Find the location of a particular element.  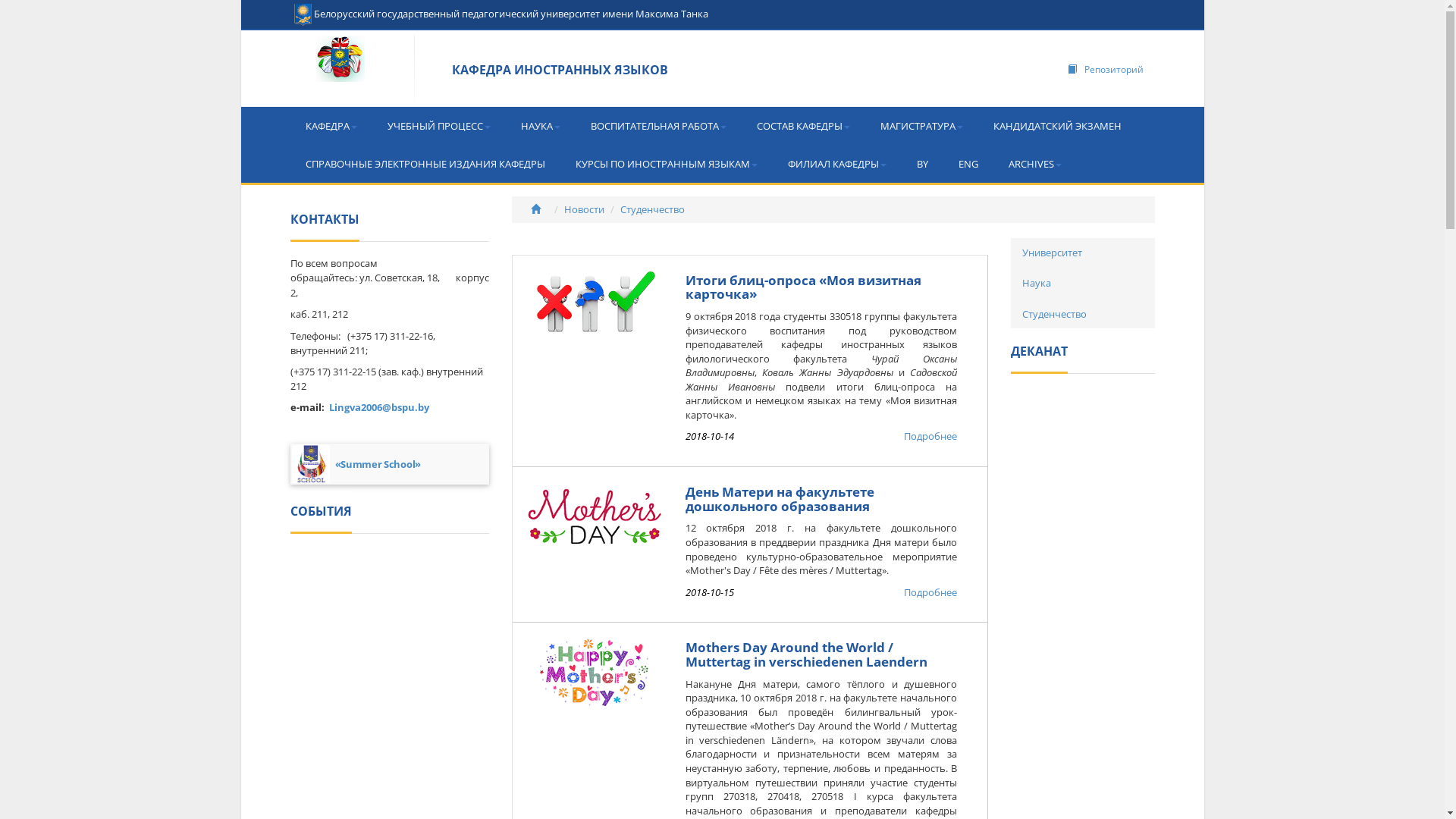

'ARCHIVES' is located at coordinates (1034, 164).